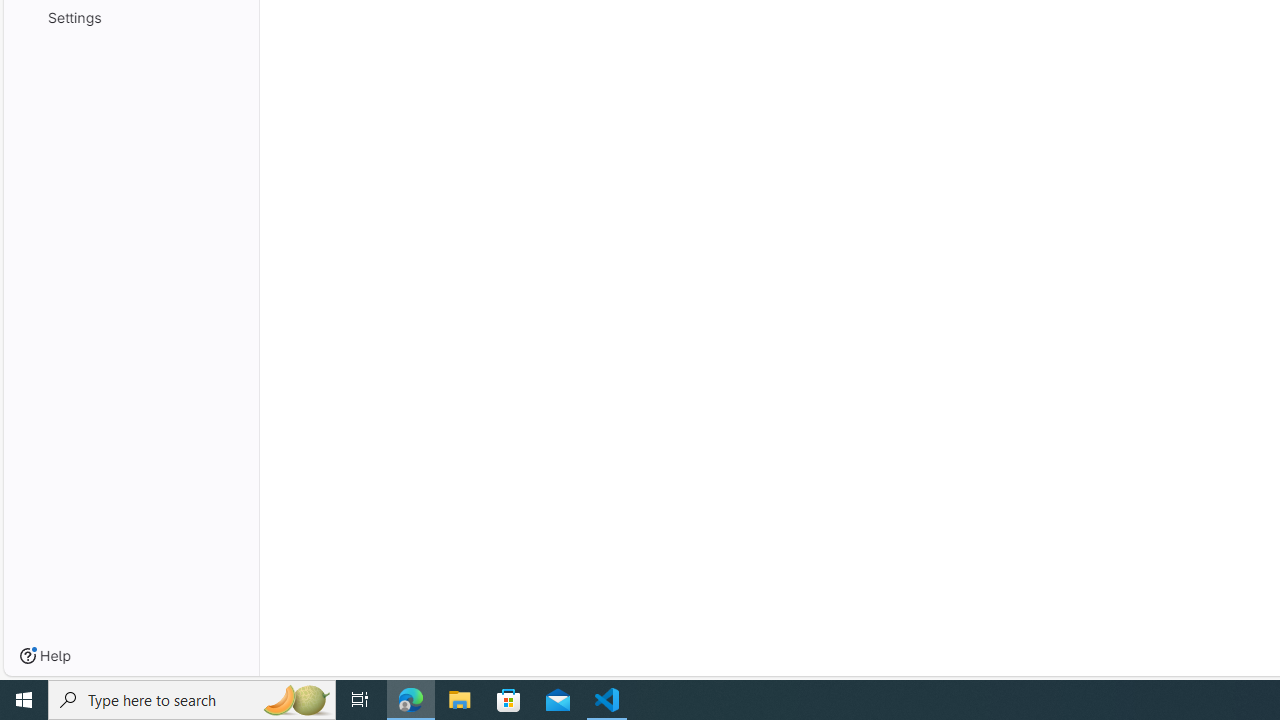 The width and height of the screenshot is (1280, 720). Describe the element at coordinates (45, 655) in the screenshot. I see `'Help'` at that location.